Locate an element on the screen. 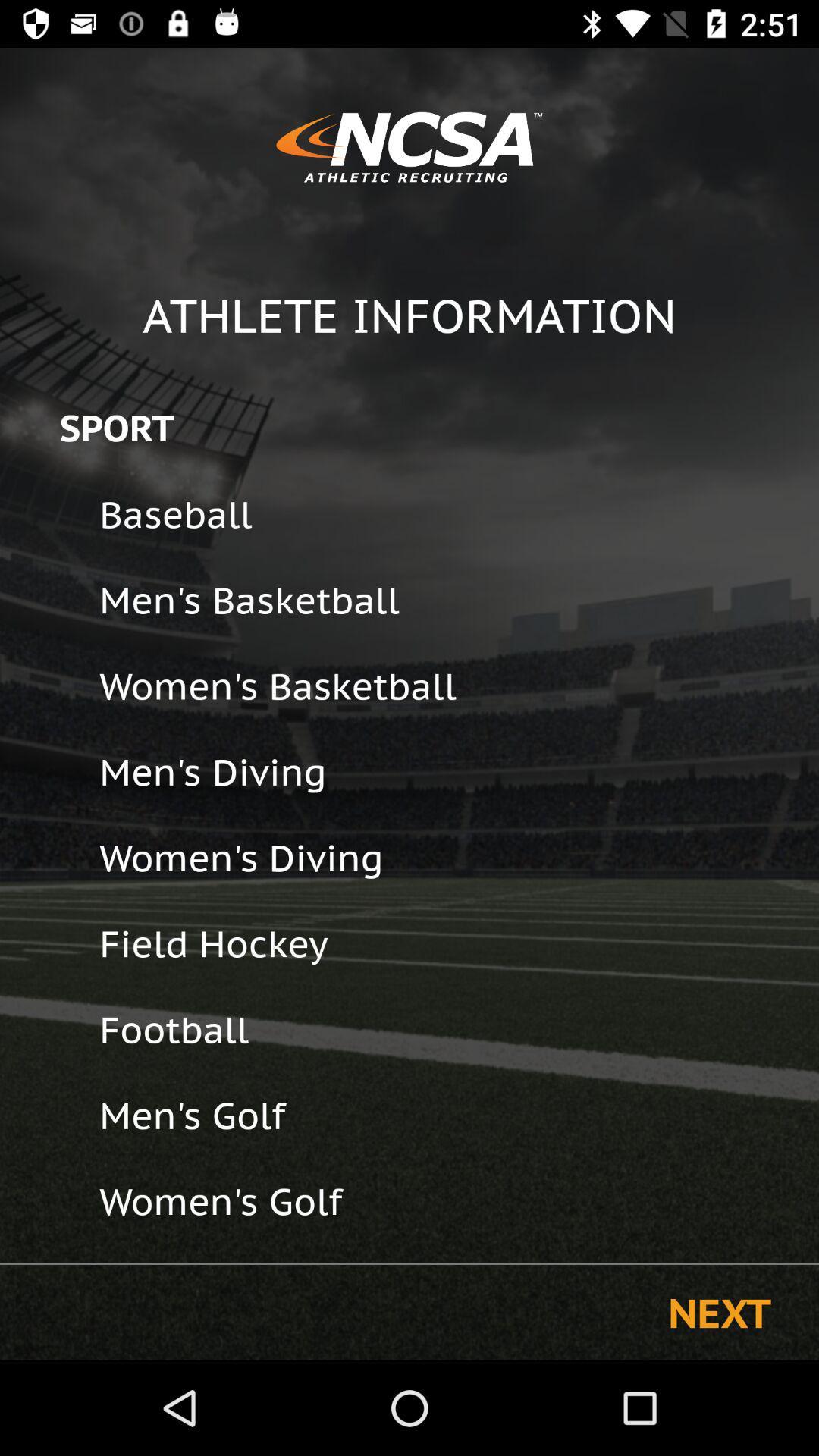 The image size is (819, 1456). baseball item is located at coordinates (448, 514).